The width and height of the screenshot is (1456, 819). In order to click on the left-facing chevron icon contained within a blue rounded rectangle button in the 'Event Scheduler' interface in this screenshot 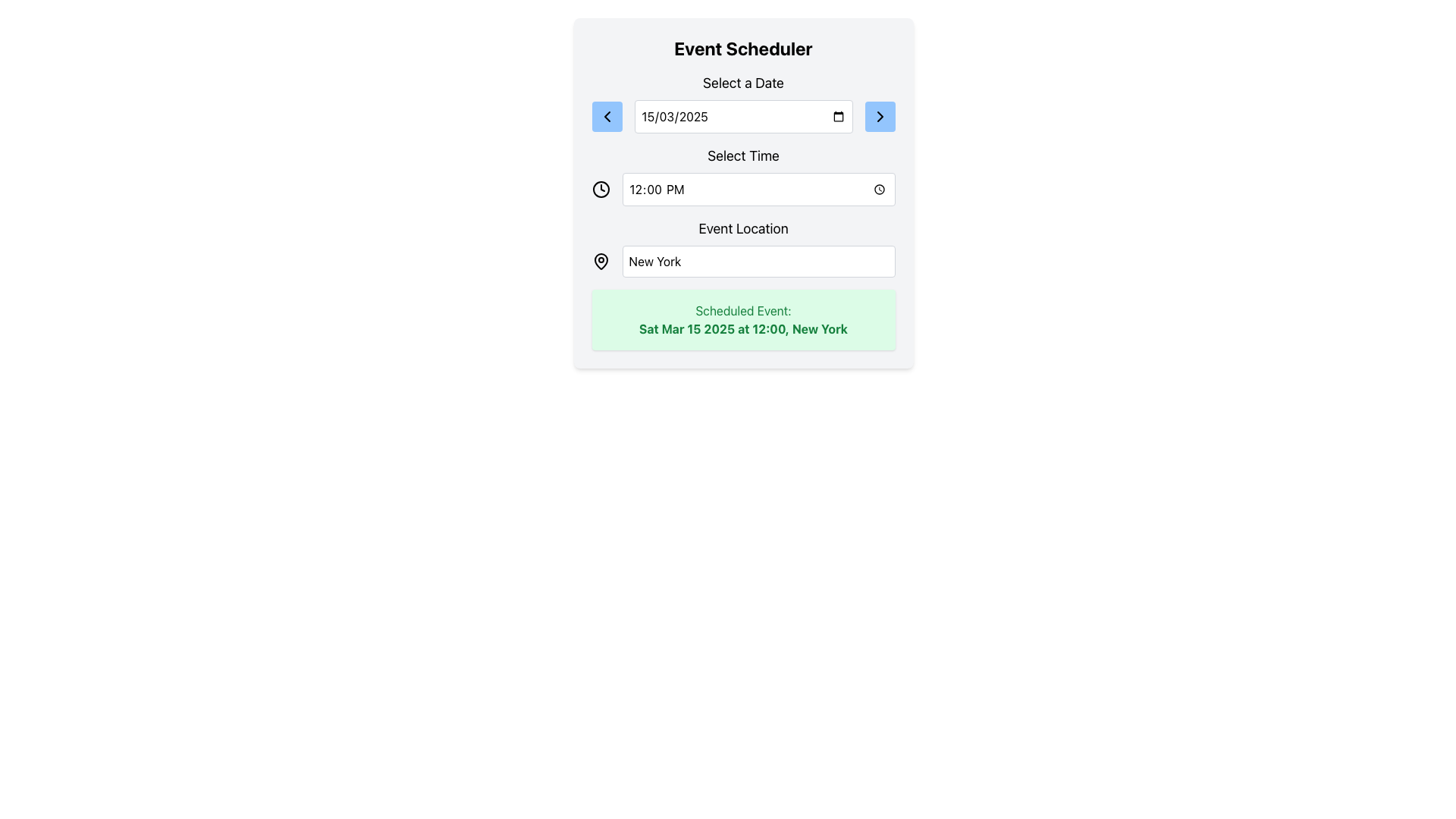, I will do `click(607, 116)`.